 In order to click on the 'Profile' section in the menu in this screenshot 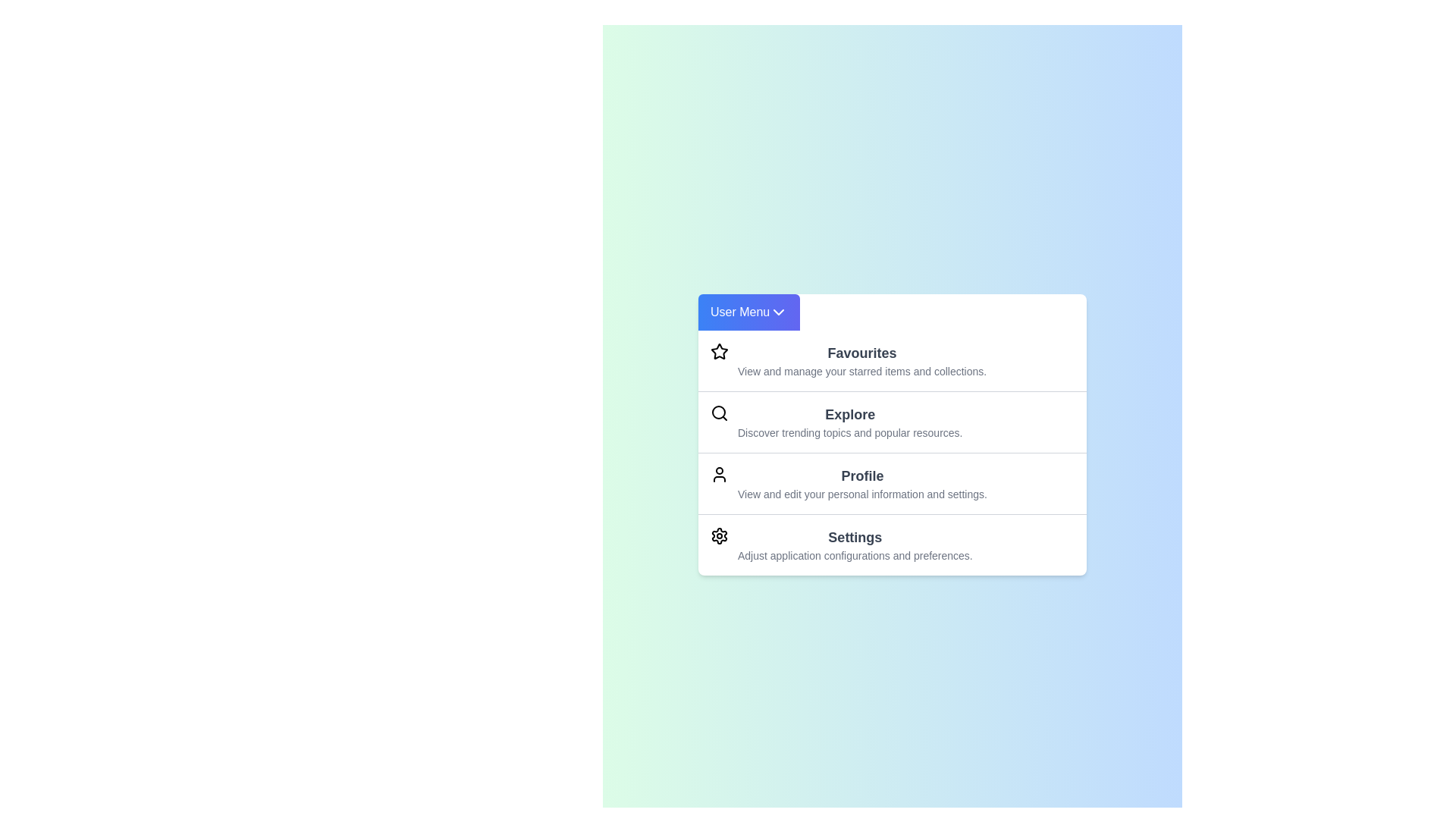, I will do `click(862, 482)`.